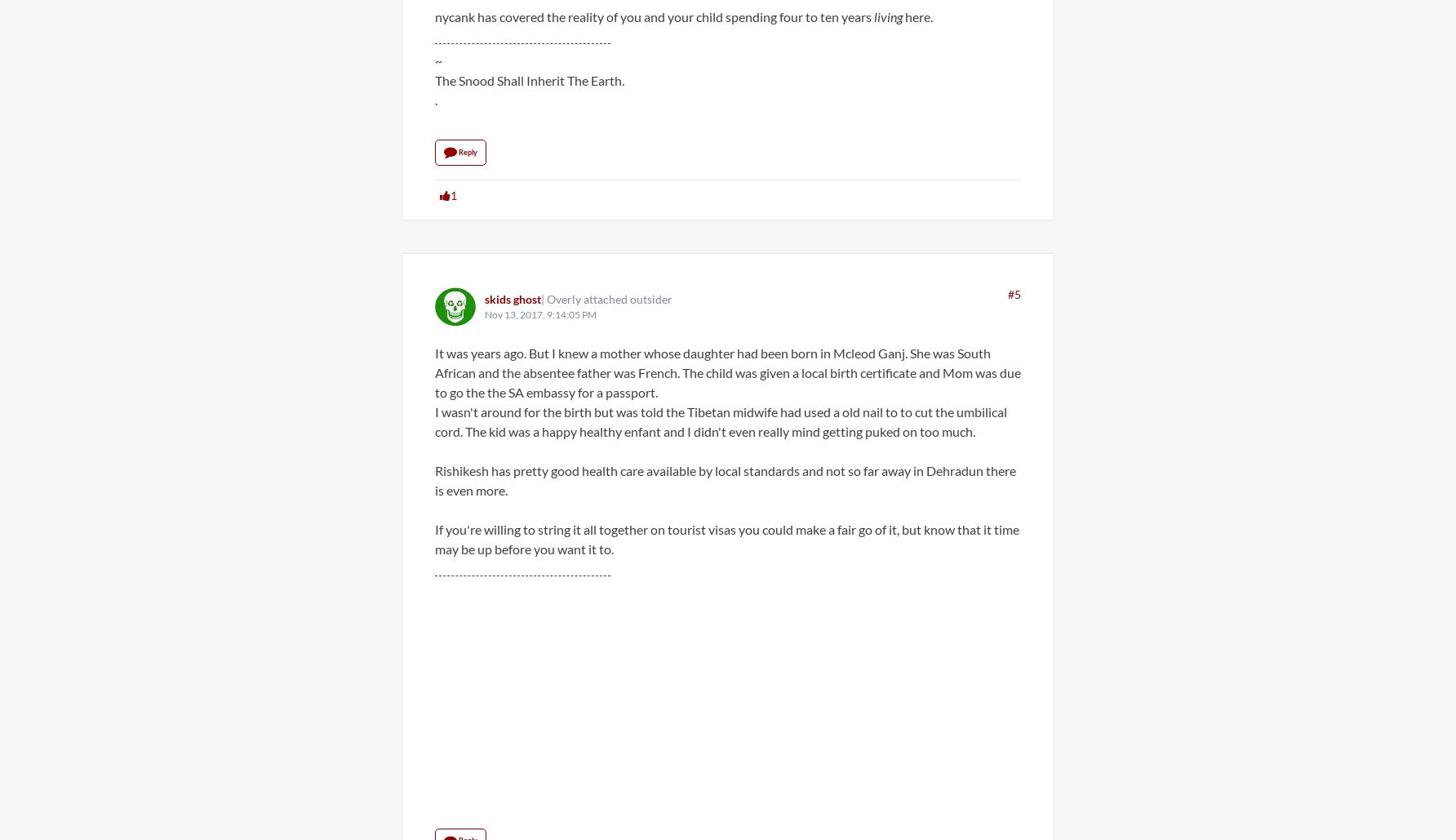  I want to click on 'here.', so click(917, 16).